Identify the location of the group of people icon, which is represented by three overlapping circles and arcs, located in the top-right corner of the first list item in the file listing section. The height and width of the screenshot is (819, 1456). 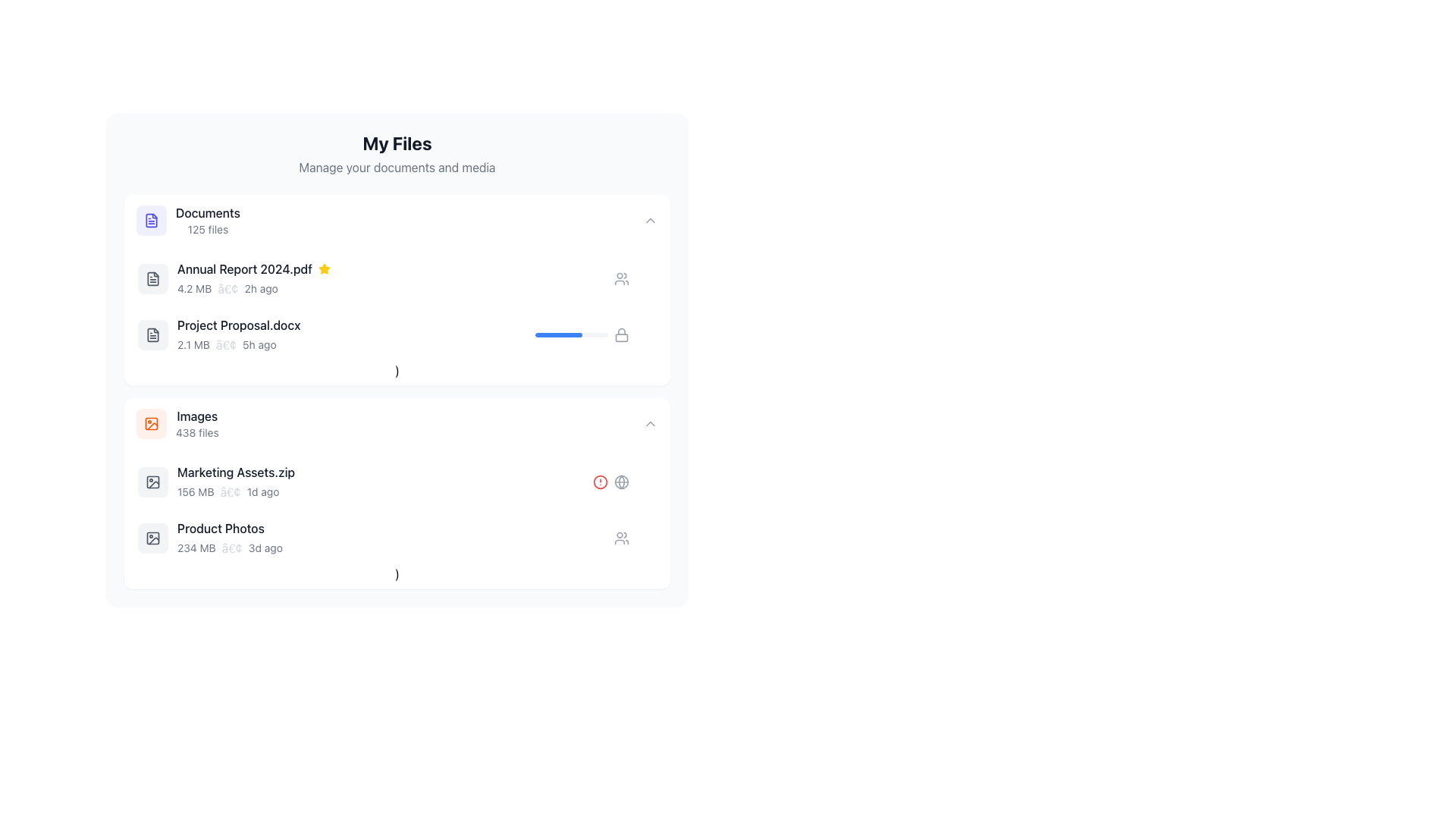
(622, 537).